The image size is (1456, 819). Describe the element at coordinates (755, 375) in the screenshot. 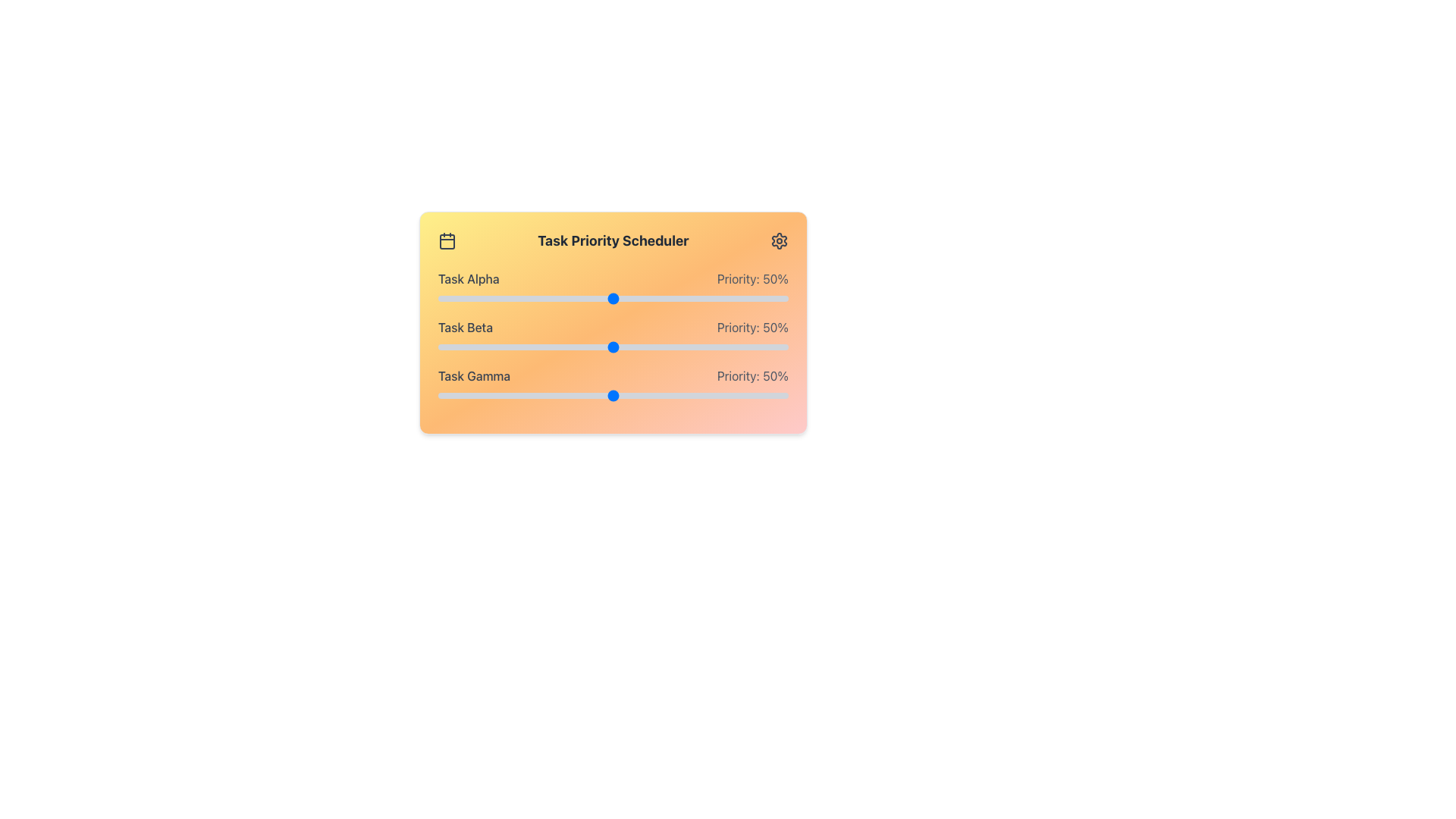

I see `the priority value of Task Gamma` at that location.